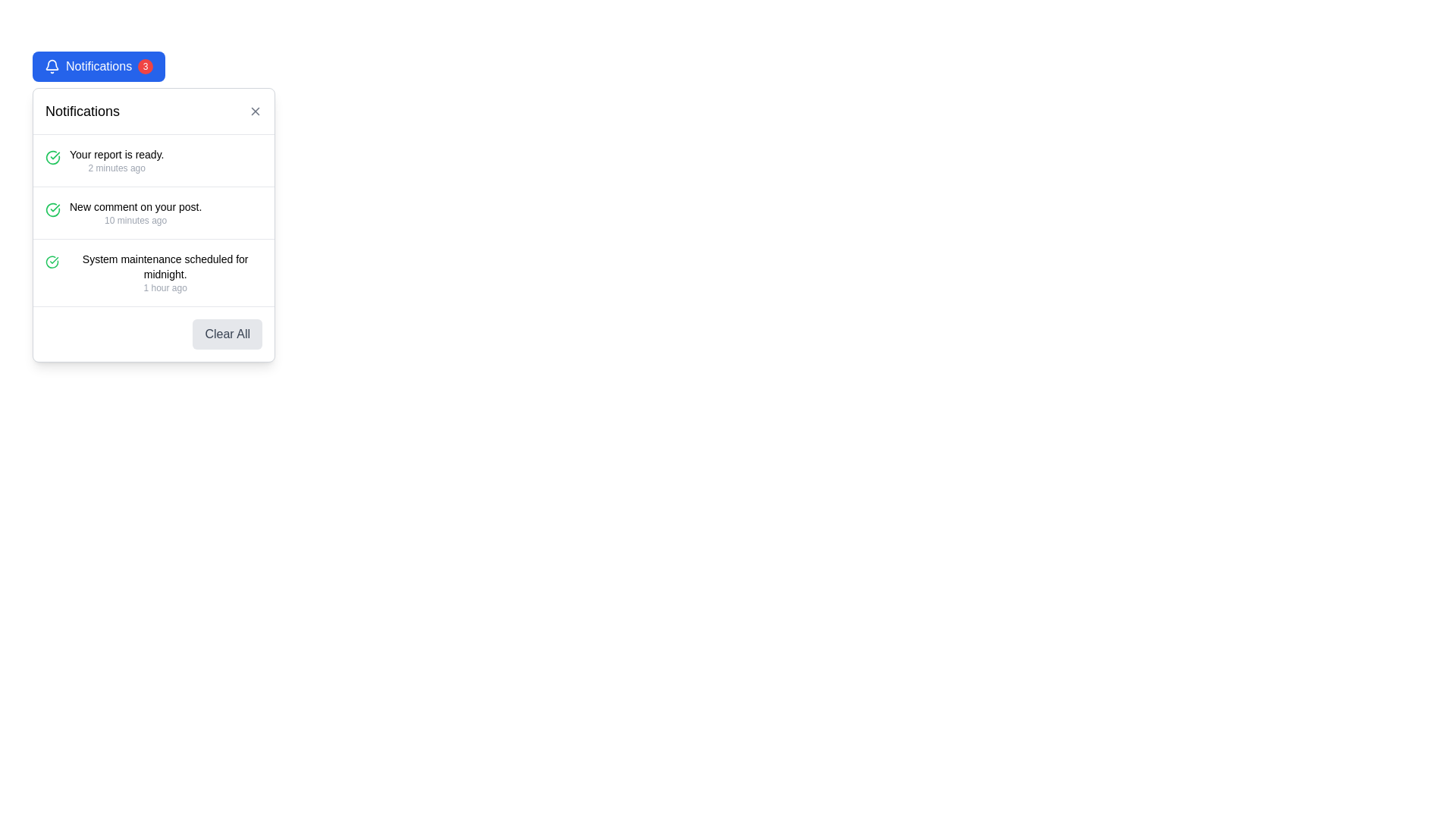  Describe the element at coordinates (165, 288) in the screenshot. I see `the text display element that shows '1 hour ago', located in the lower-left corner of the notification message 'System maintenance scheduled for midnight.'` at that location.